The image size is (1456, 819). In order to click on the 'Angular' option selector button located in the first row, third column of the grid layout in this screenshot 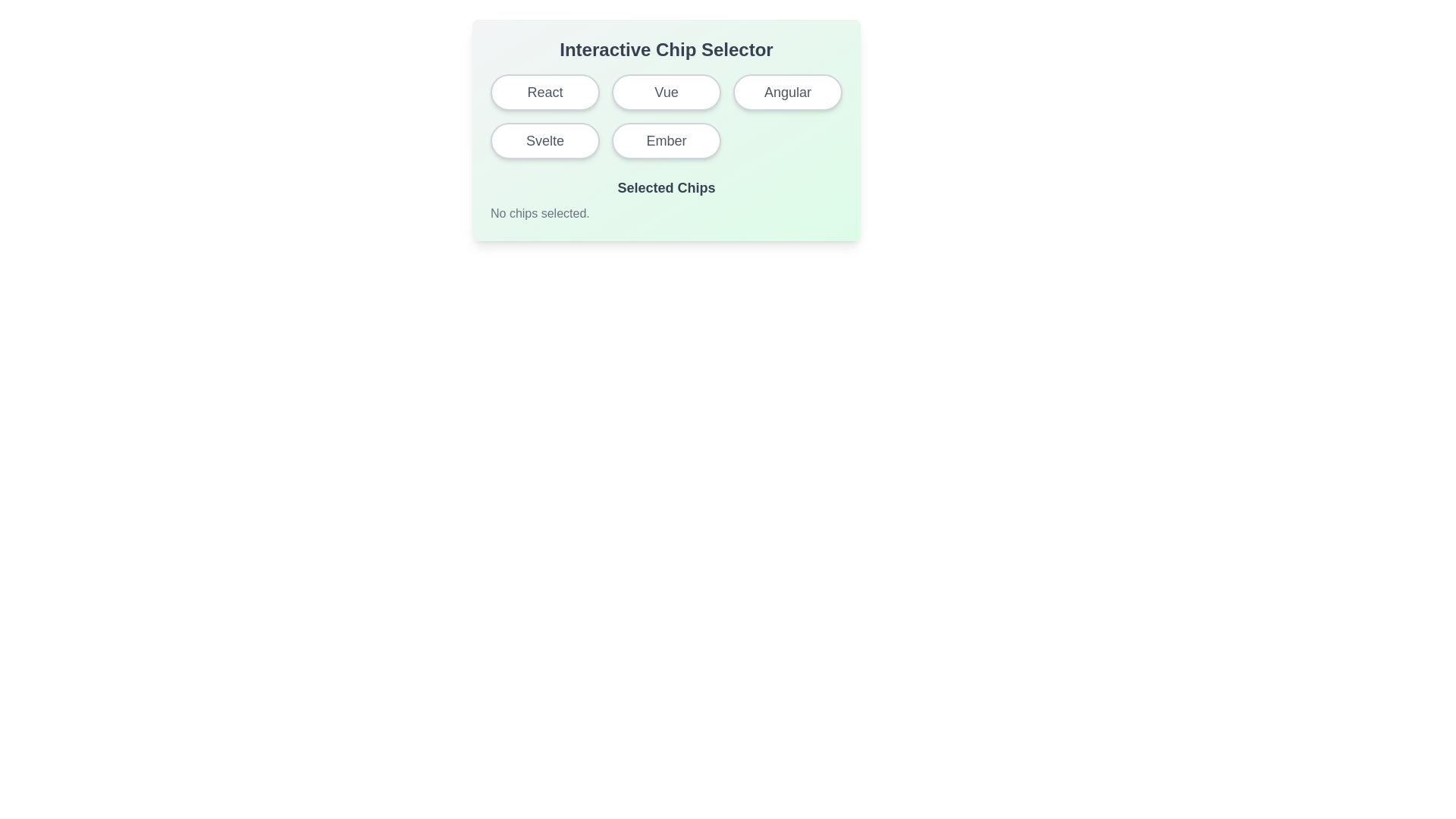, I will do `click(787, 93)`.